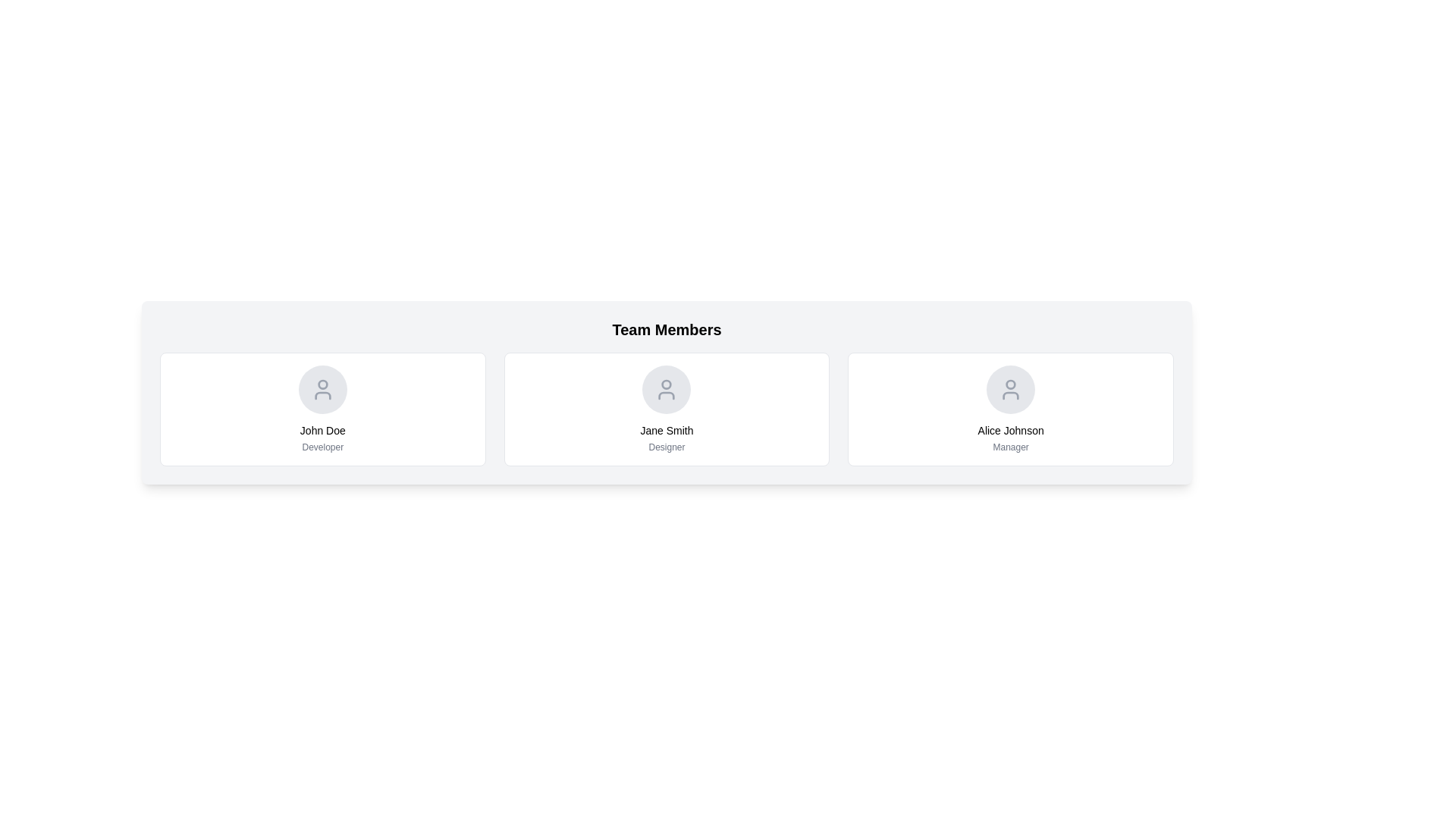  I want to click on the circular profile icon of 'John Doe' located in the first card of the 'Team Members' section, which is situated above the text 'John Doe' and 'Developer', so click(322, 384).